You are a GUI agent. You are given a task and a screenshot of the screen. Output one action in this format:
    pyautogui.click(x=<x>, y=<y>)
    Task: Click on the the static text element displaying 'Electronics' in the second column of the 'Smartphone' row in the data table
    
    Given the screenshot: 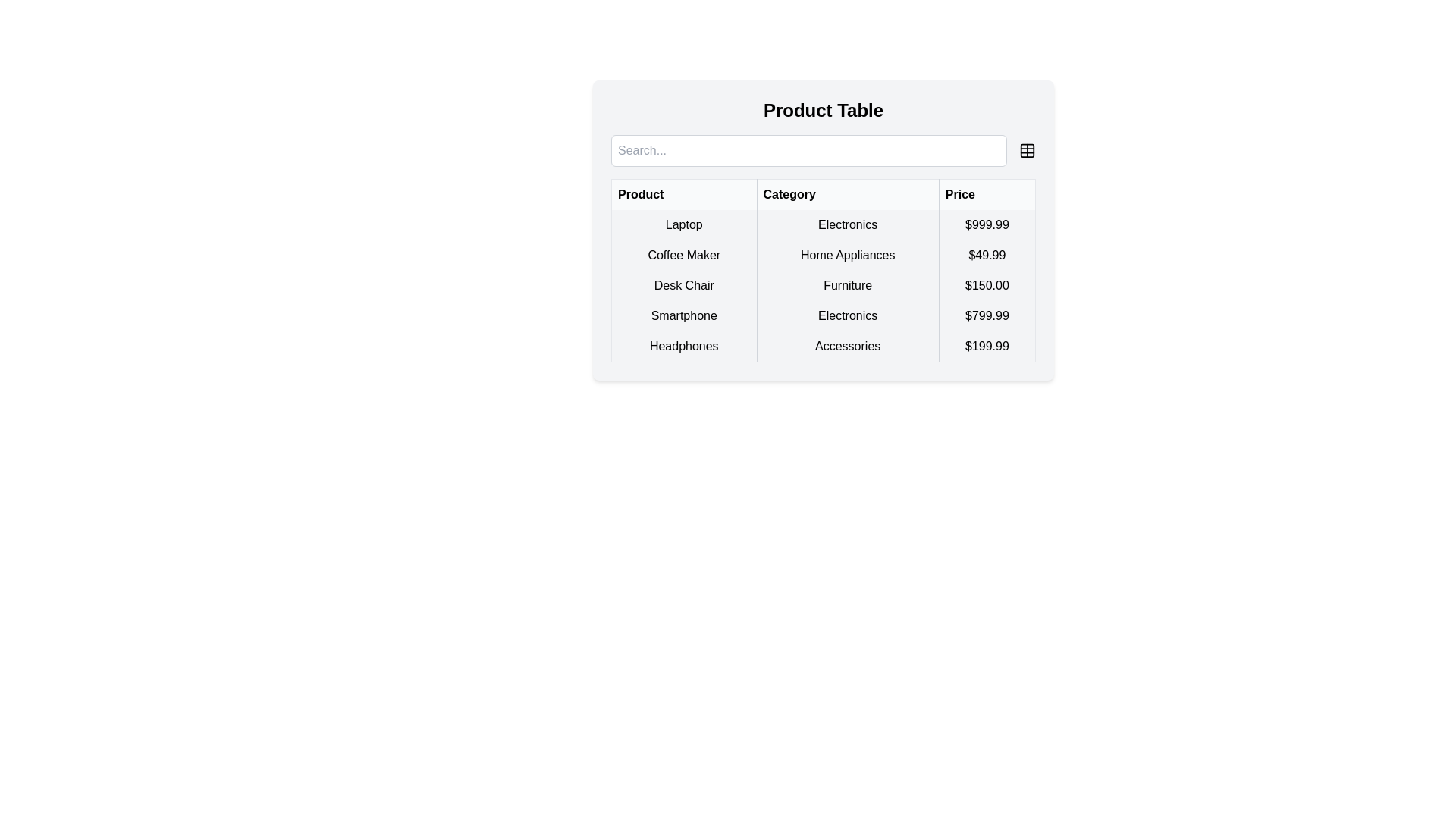 What is the action you would take?
    pyautogui.click(x=847, y=315)
    